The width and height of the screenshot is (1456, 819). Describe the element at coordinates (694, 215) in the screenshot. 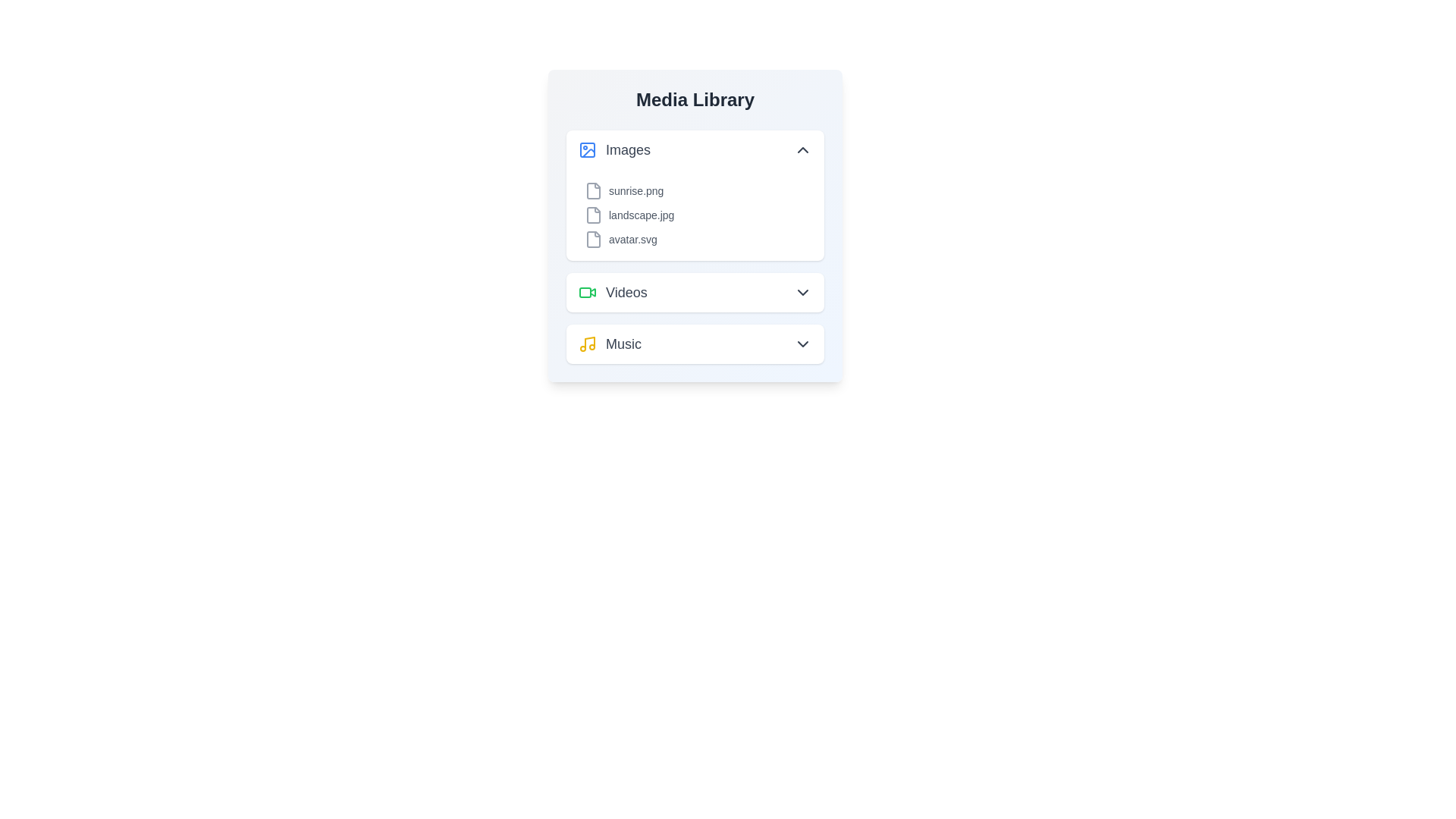

I see `on a file name in the 'Images' section of the media library` at that location.